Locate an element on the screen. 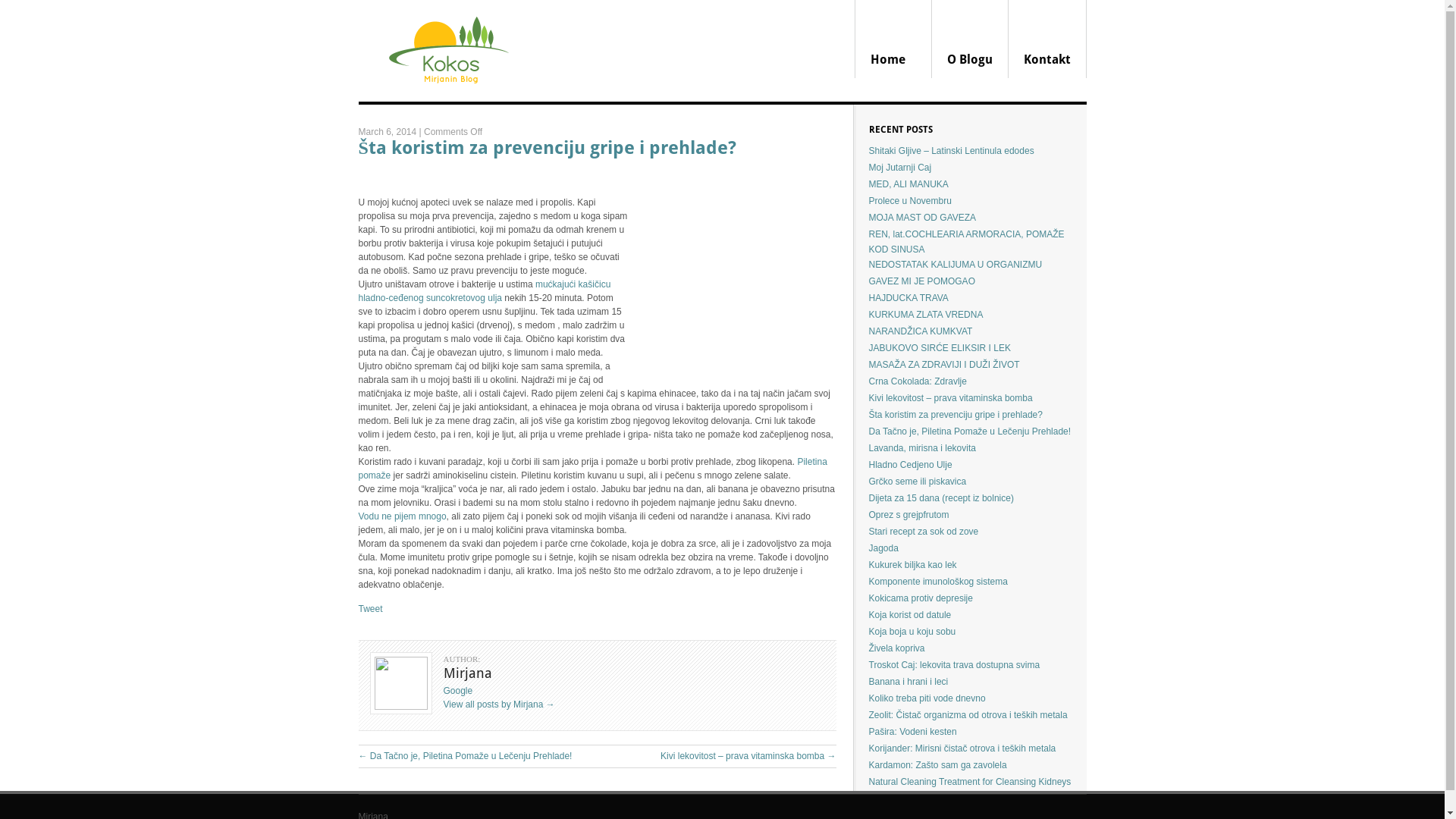  'NEDOSTATAK KALIJUMA U ORGANIZMU' is located at coordinates (955, 263).